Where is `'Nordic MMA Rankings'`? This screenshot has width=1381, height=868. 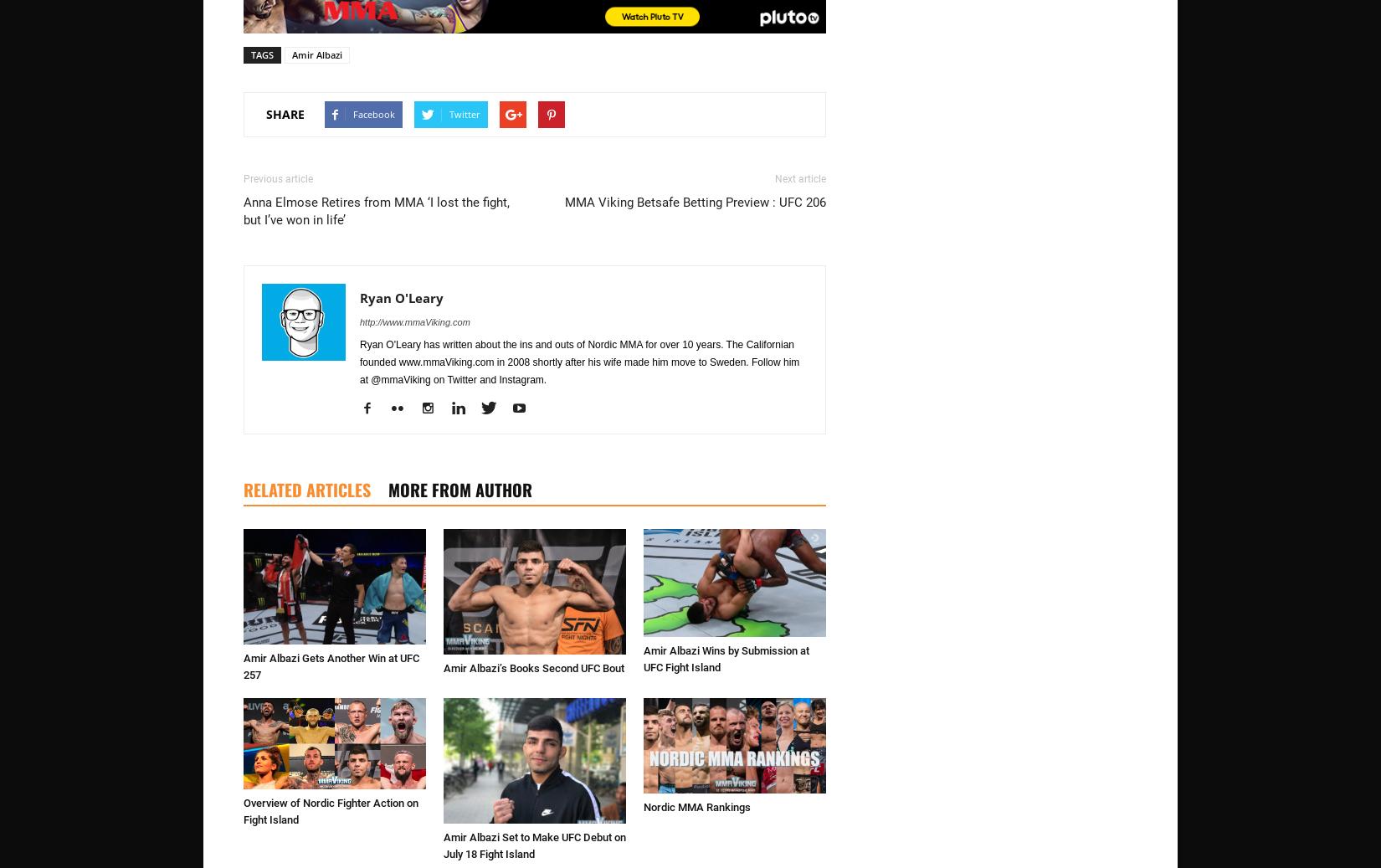 'Nordic MMA Rankings' is located at coordinates (696, 807).